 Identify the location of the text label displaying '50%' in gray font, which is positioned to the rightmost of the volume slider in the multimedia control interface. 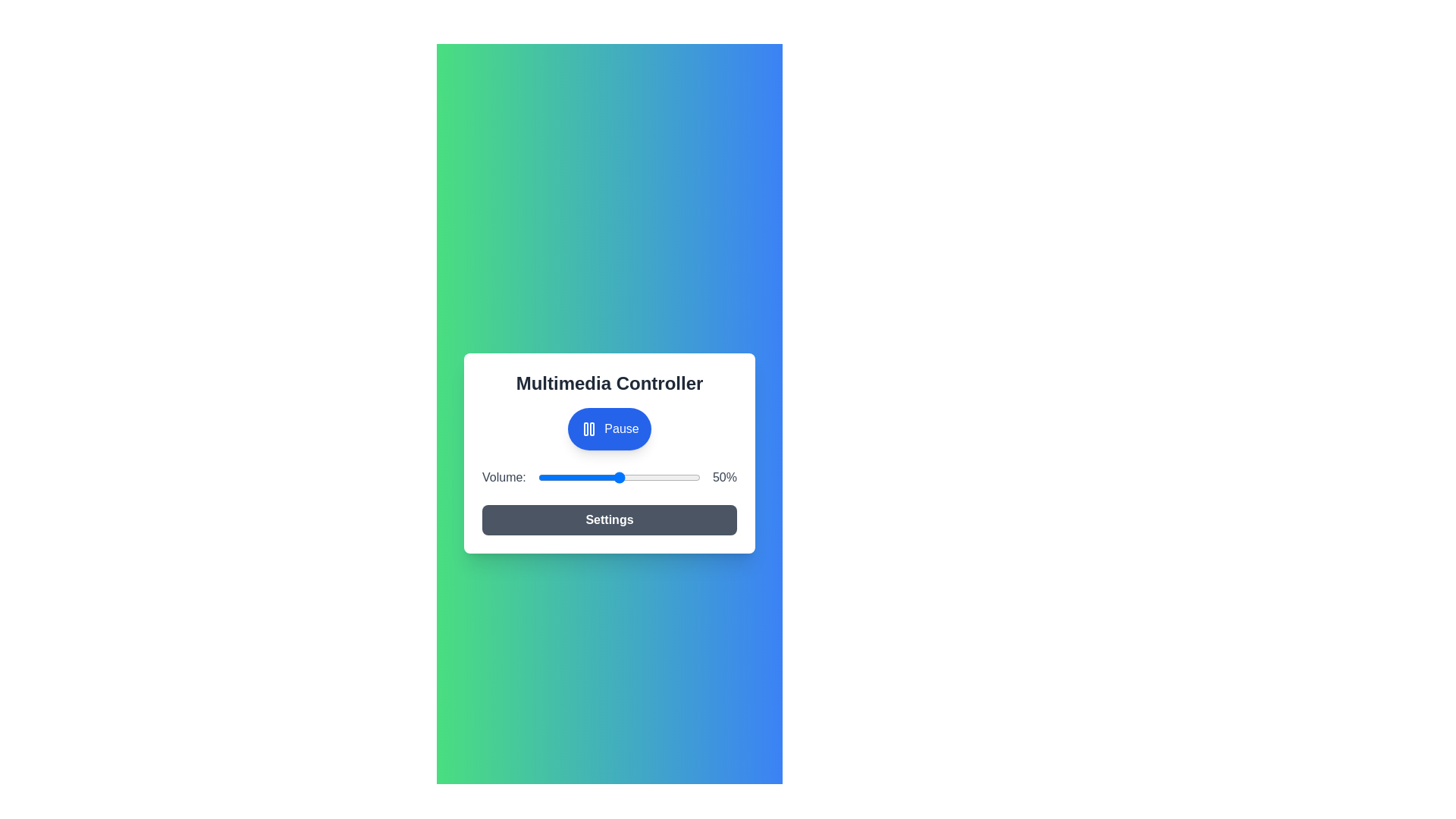
(723, 476).